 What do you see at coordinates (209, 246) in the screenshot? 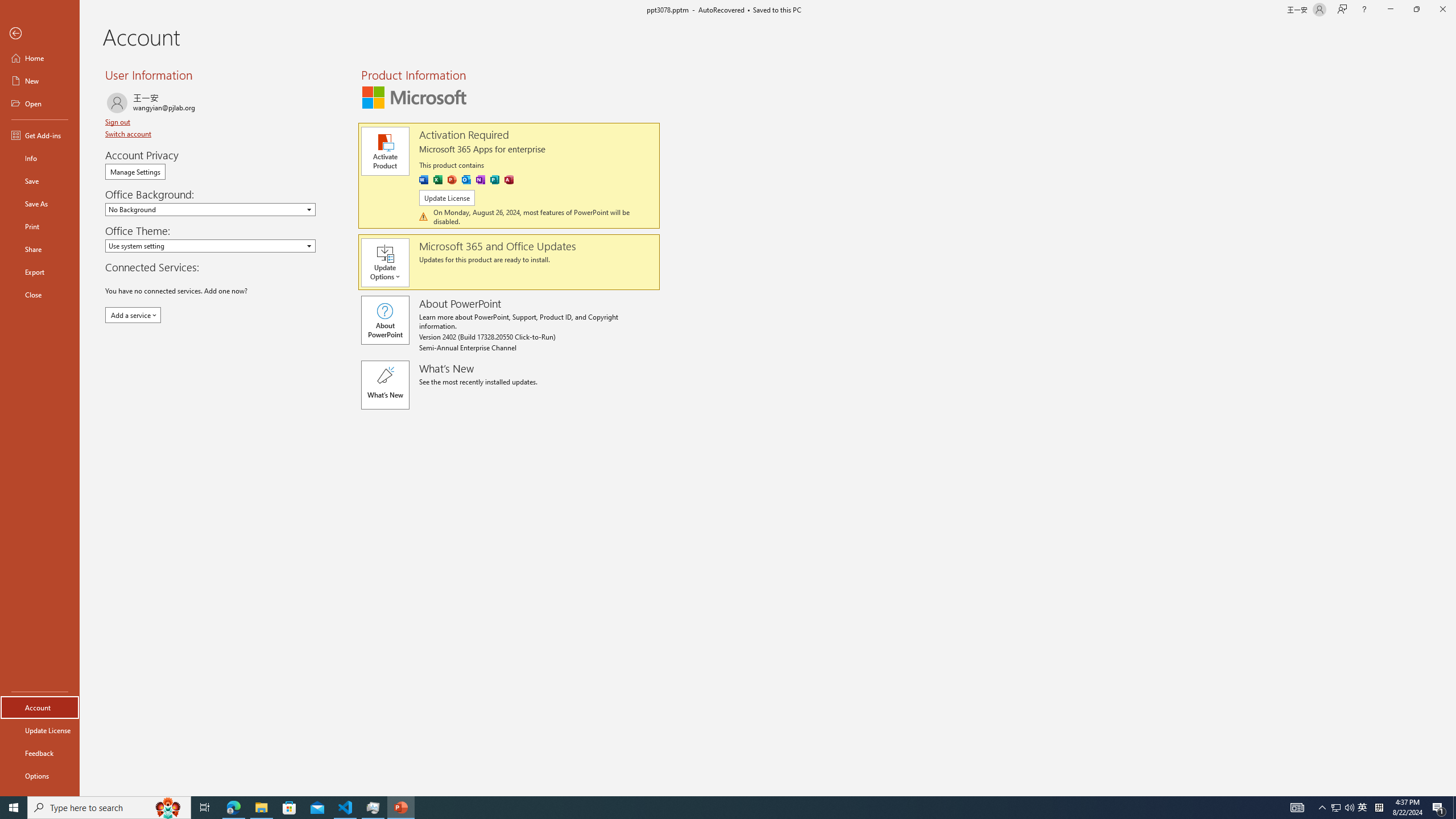
I see `'Office Theme'` at bounding box center [209, 246].